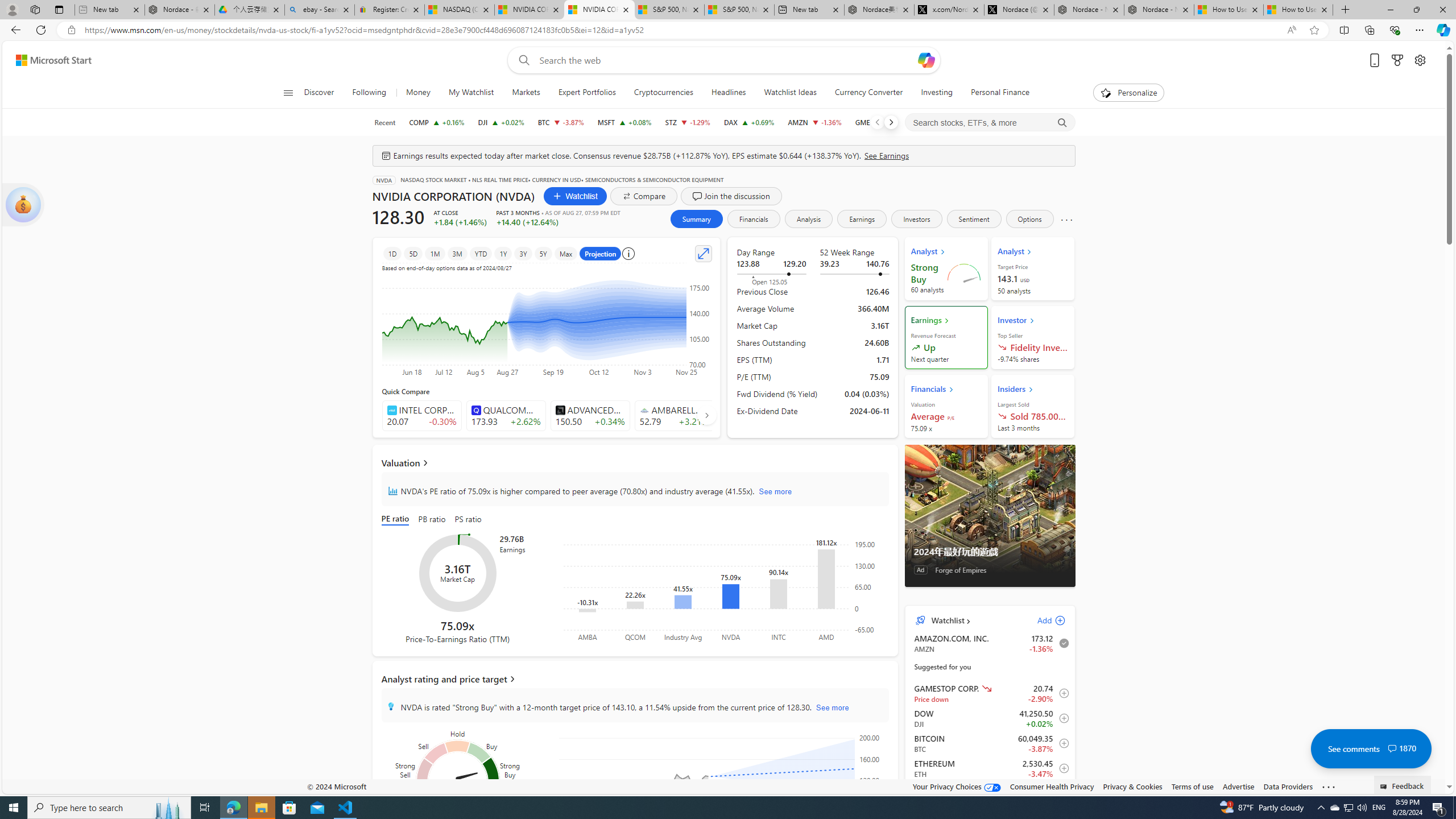 This screenshot has width=1456, height=819. Describe the element at coordinates (687, 122) in the screenshot. I see `'STZ CONSTELLATION BRANDS, INC. decrease 239.98 -3.13 -1.29%'` at that location.